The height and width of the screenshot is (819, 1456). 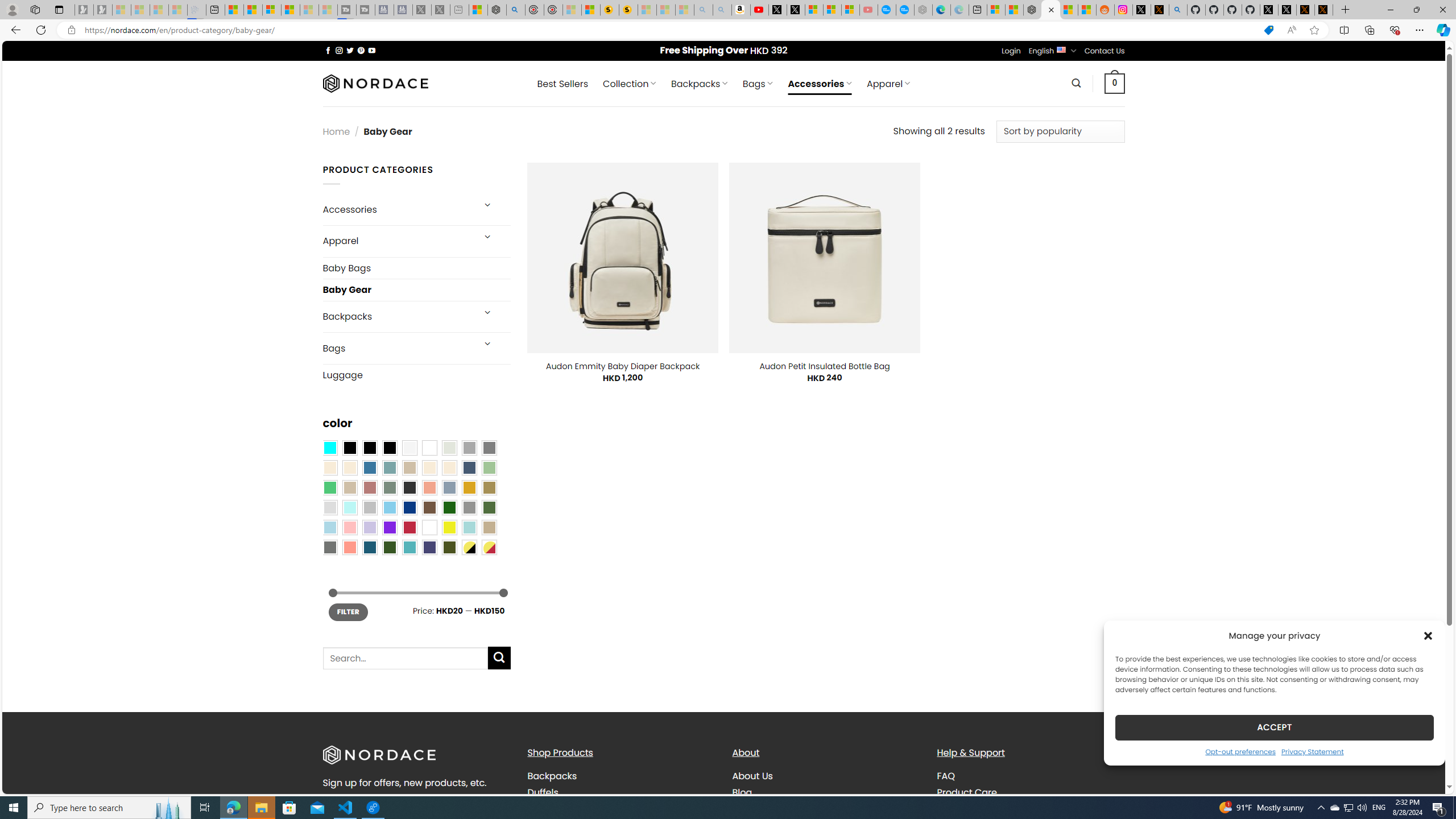 What do you see at coordinates (429, 507) in the screenshot?
I see `'Brown'` at bounding box center [429, 507].